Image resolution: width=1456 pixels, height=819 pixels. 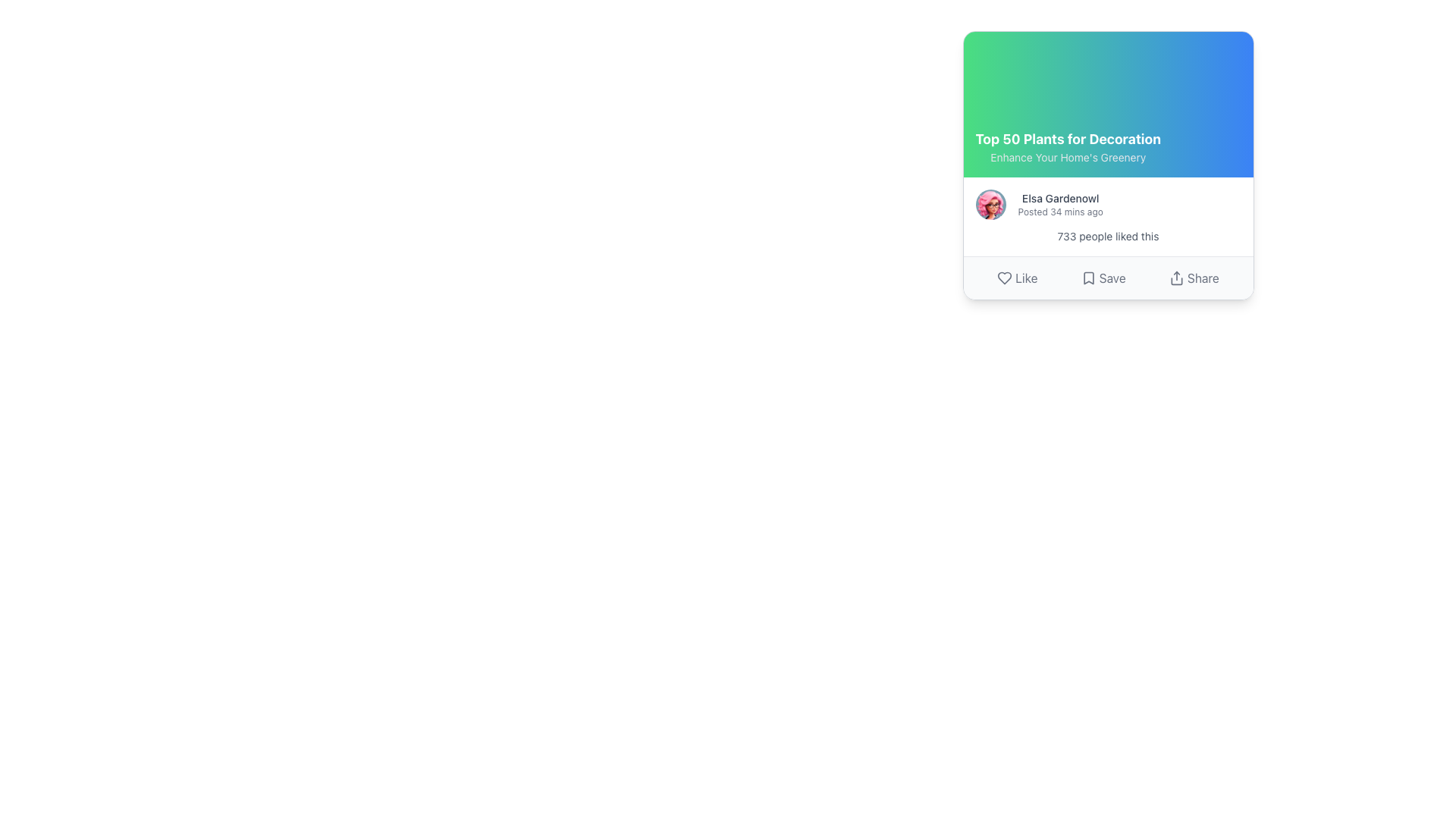 I want to click on the Share button located to the right of the Like and Save buttons in the footer section of the card layout to share the associated content, so click(x=1193, y=278).